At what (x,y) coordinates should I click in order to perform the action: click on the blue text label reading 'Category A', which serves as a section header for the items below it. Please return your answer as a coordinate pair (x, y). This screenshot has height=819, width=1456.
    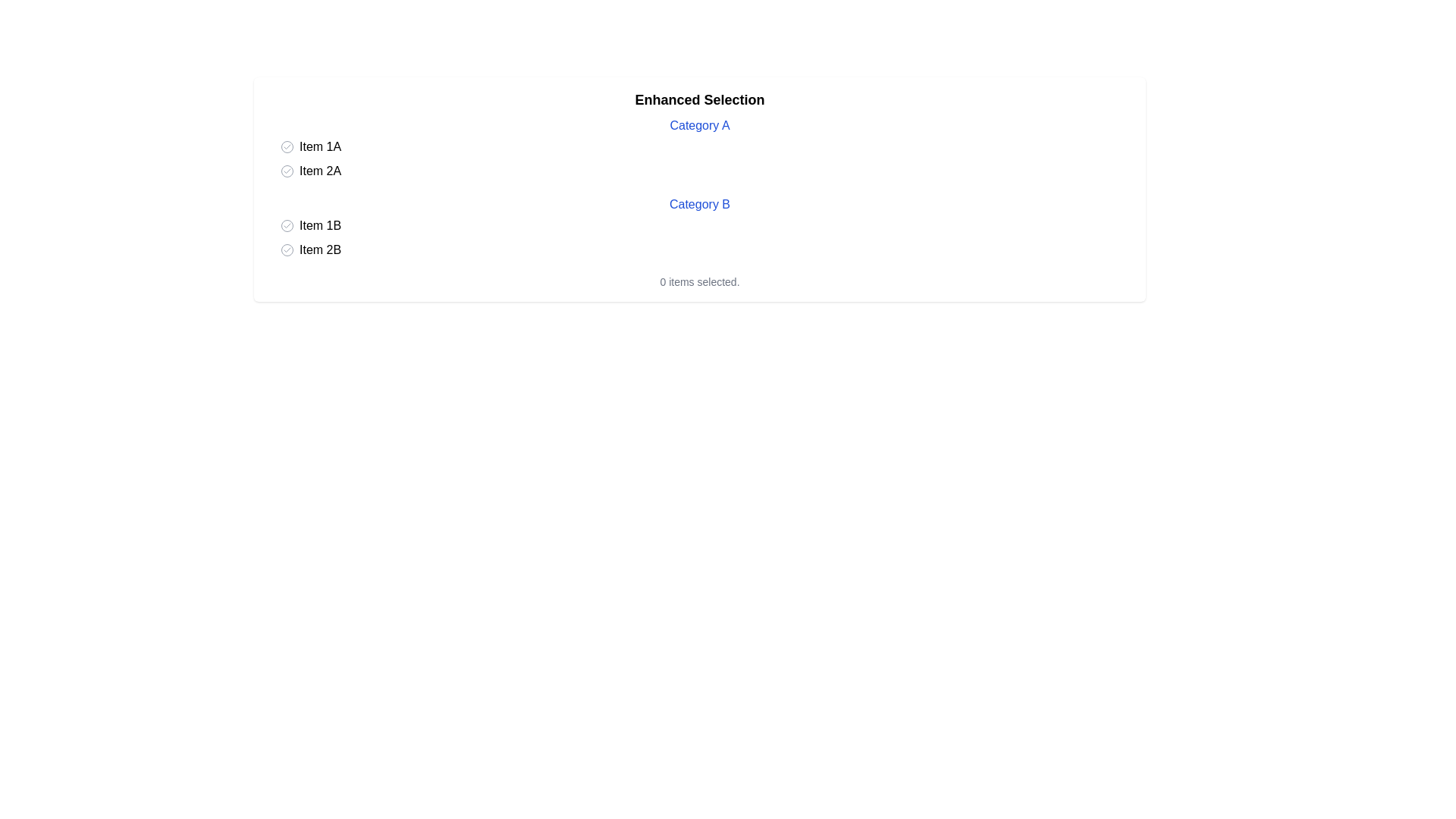
    Looking at the image, I should click on (698, 124).